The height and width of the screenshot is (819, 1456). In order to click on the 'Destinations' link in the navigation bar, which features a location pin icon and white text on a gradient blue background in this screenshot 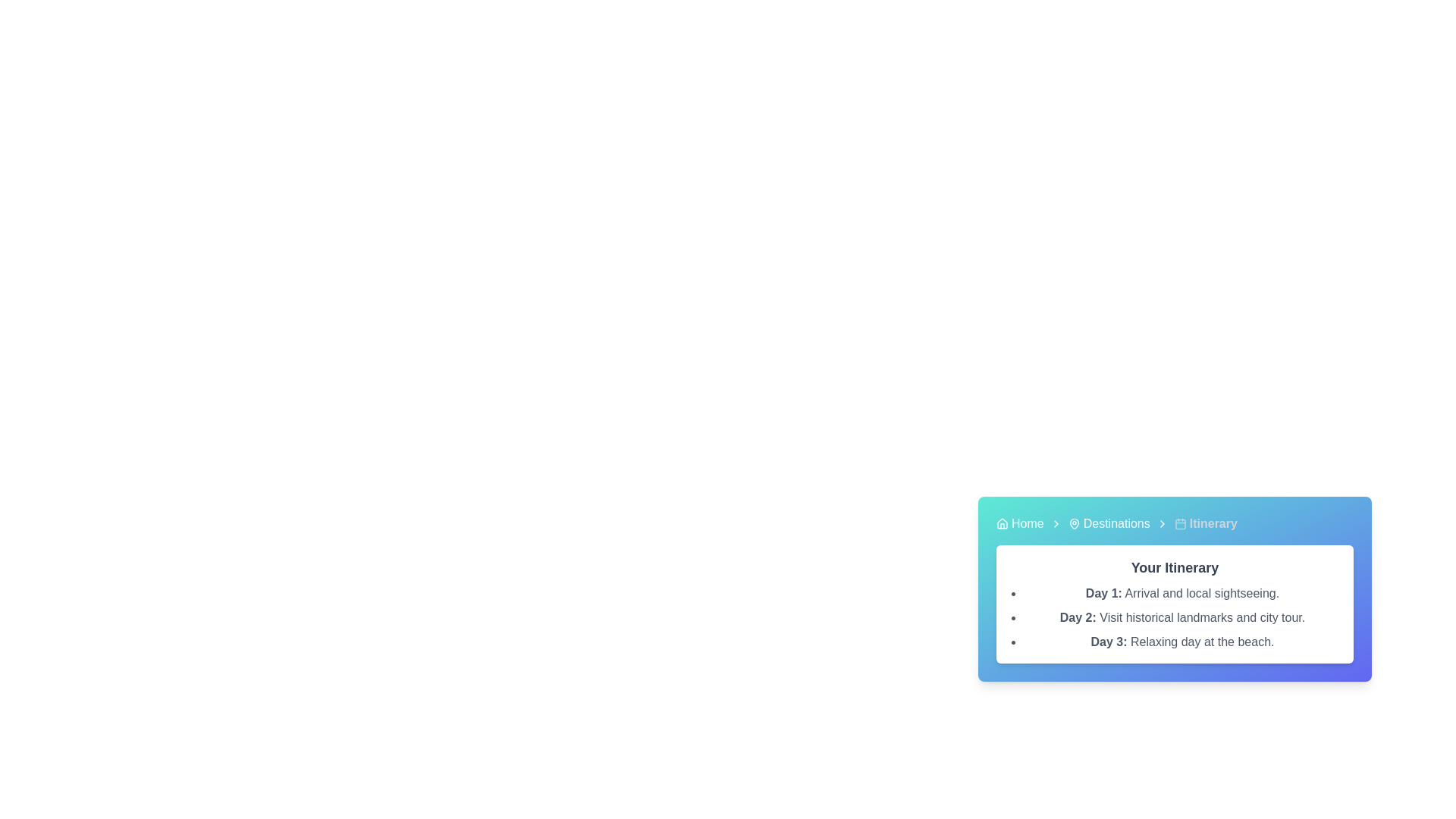, I will do `click(1109, 522)`.